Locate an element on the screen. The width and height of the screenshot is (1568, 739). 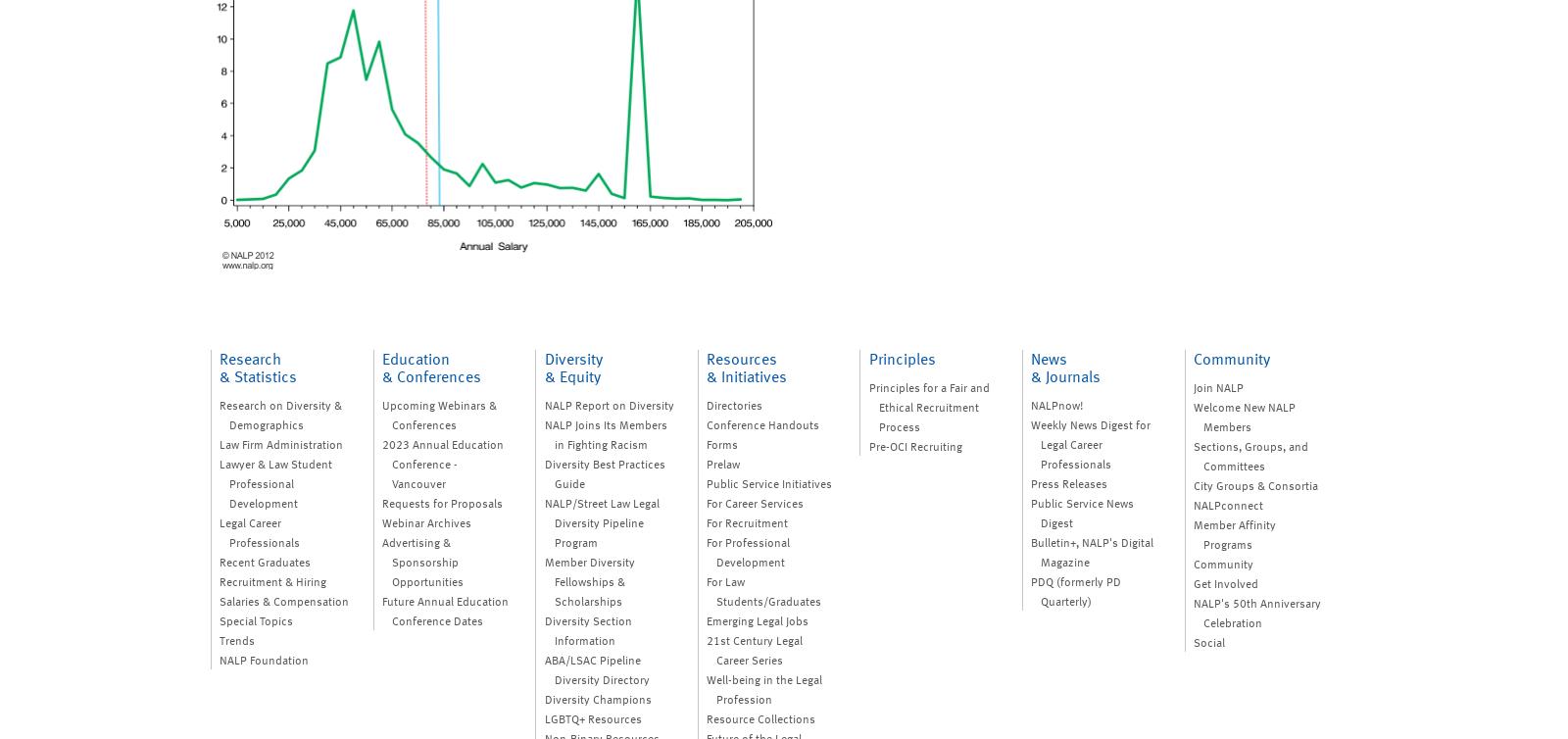
'NALP's 50th Anniversary Celebration' is located at coordinates (1256, 611).